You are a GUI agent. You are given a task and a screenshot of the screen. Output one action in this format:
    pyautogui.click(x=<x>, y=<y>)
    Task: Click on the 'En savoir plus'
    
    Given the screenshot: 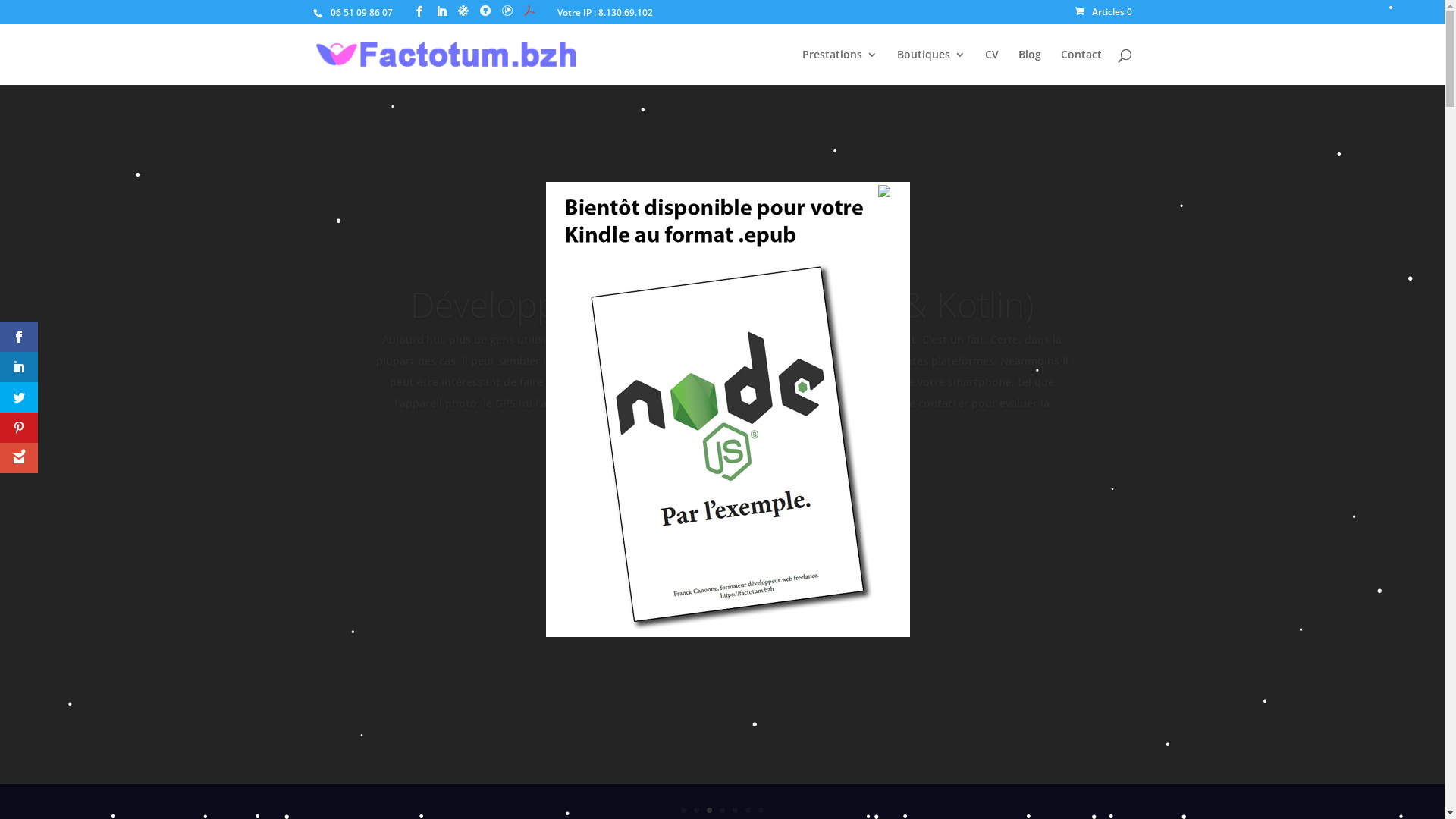 What is the action you would take?
    pyautogui.click(x=721, y=534)
    